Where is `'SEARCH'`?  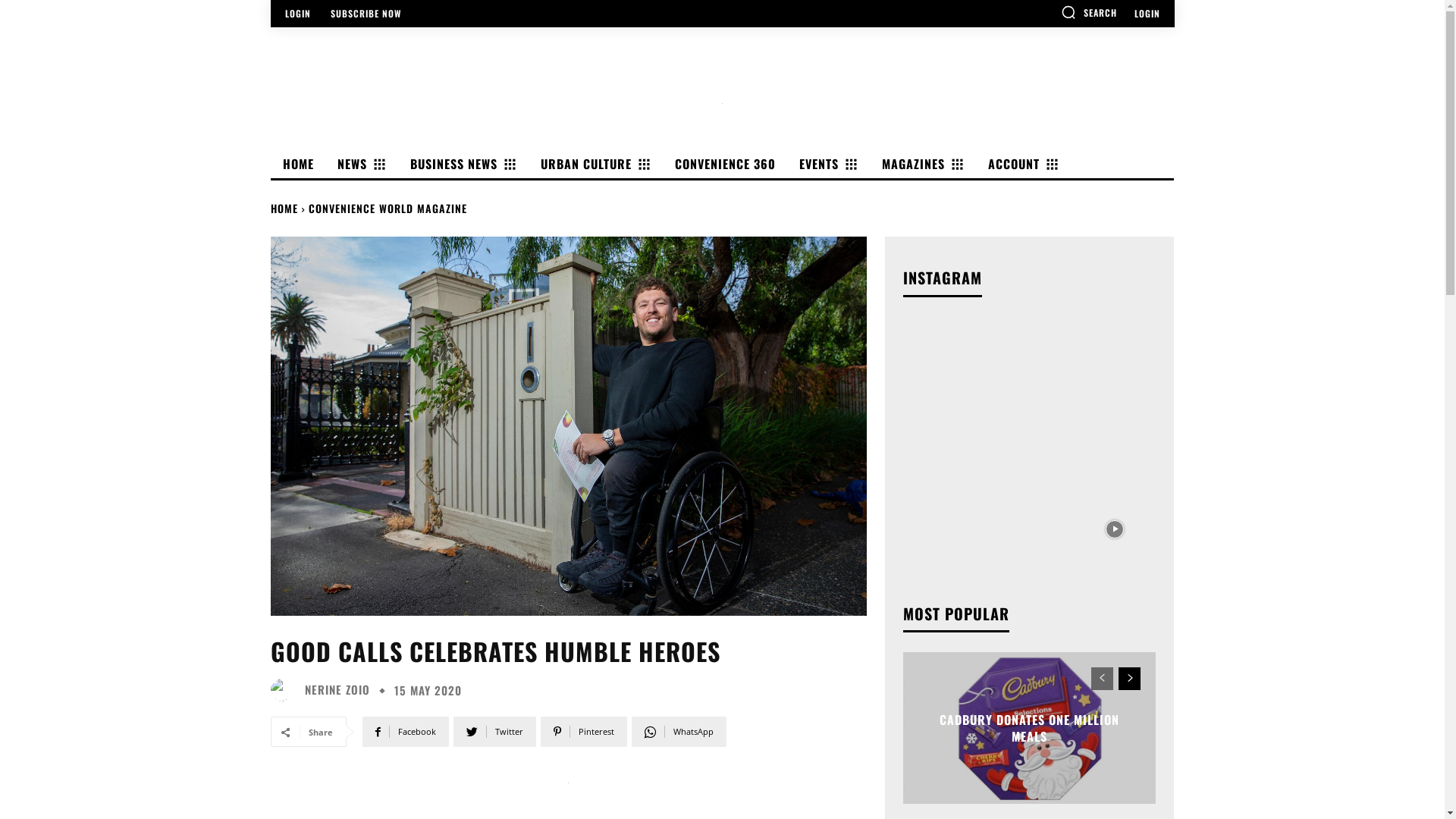
'SEARCH' is located at coordinates (1087, 11).